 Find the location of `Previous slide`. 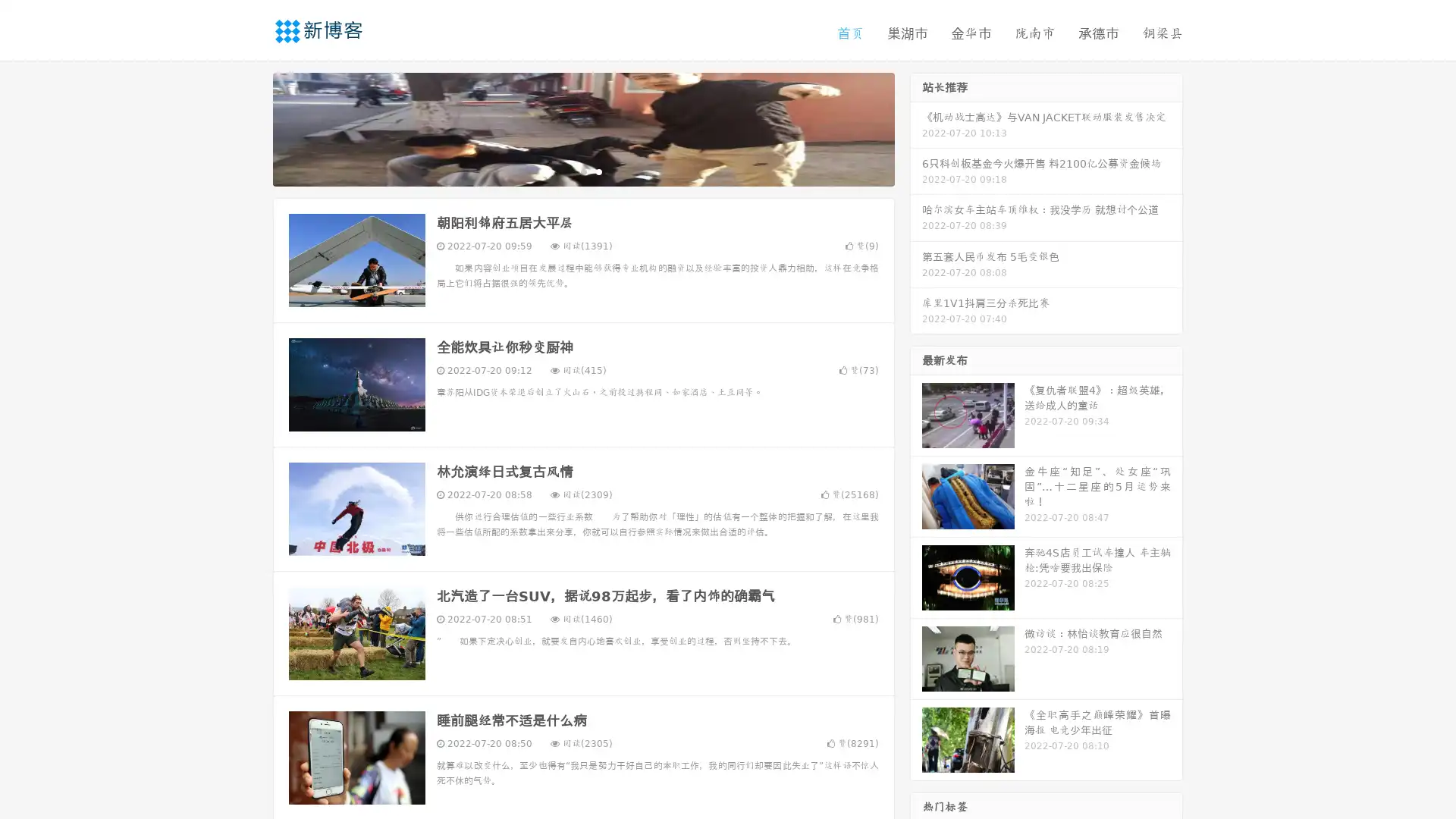

Previous slide is located at coordinates (250, 127).